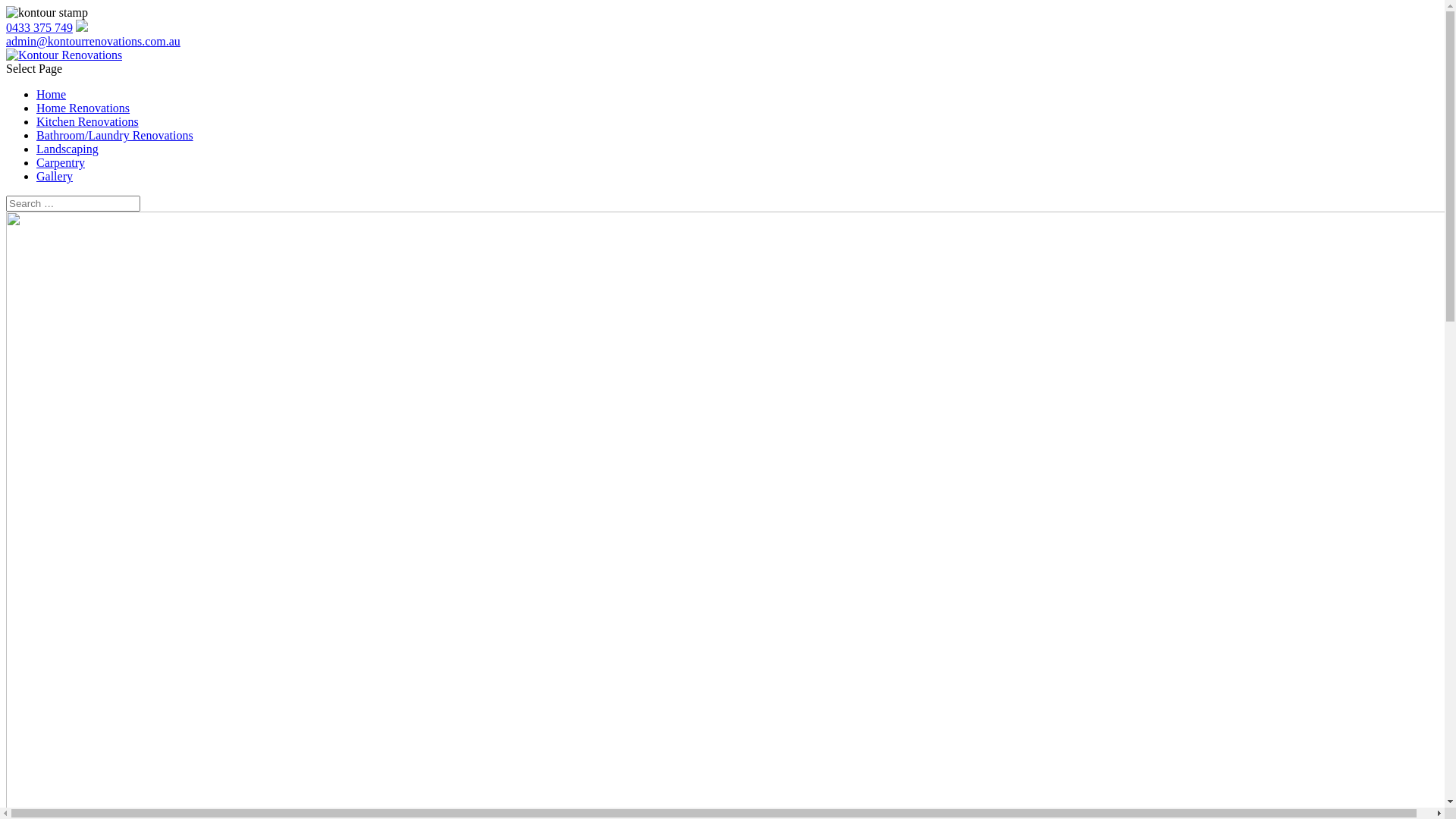 Image resolution: width=1456 pixels, height=819 pixels. Describe the element at coordinates (67, 149) in the screenshot. I see `'Landscaping'` at that location.